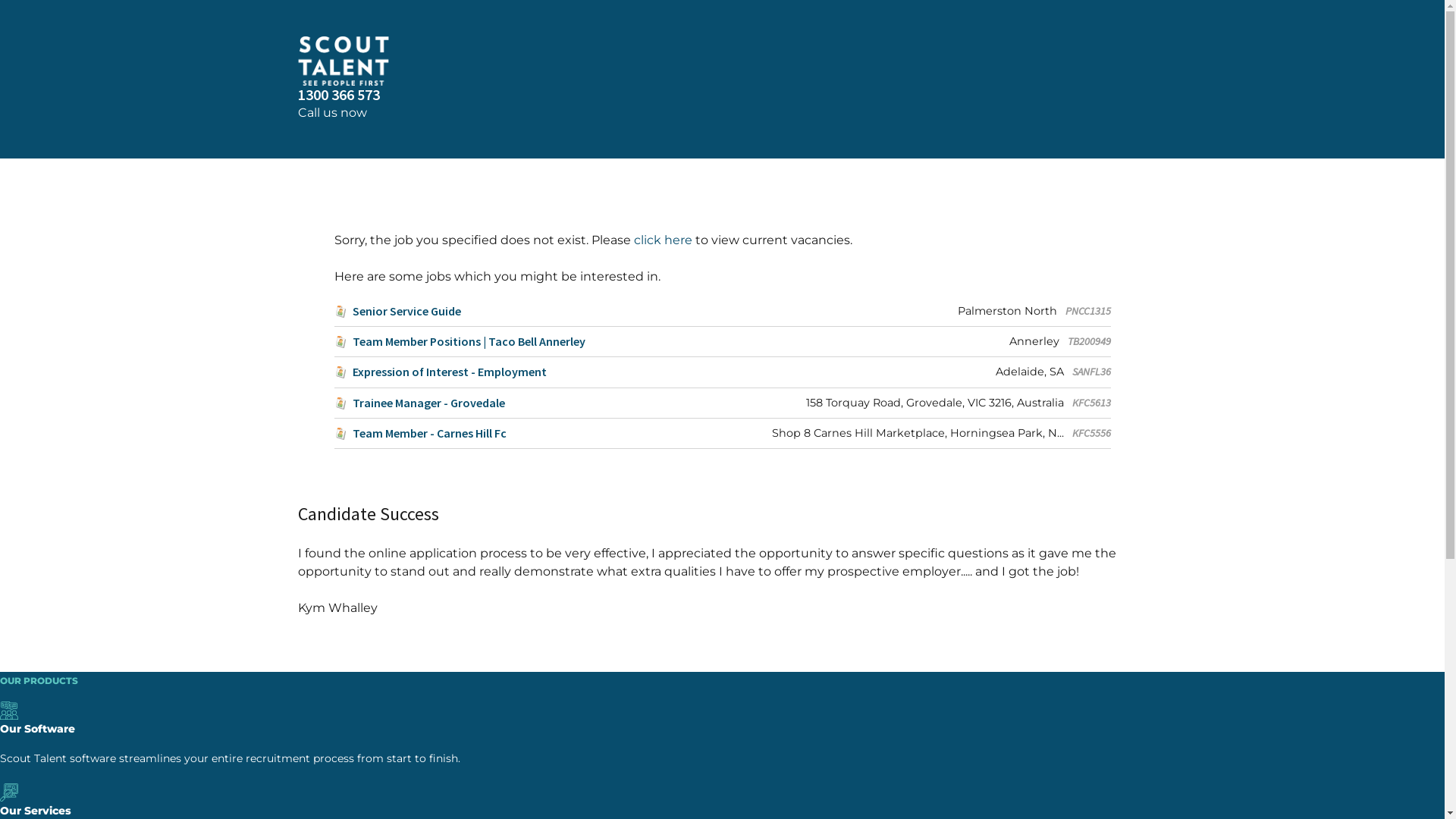  Describe the element at coordinates (397, 310) in the screenshot. I see `'Senior Service Guide'` at that location.